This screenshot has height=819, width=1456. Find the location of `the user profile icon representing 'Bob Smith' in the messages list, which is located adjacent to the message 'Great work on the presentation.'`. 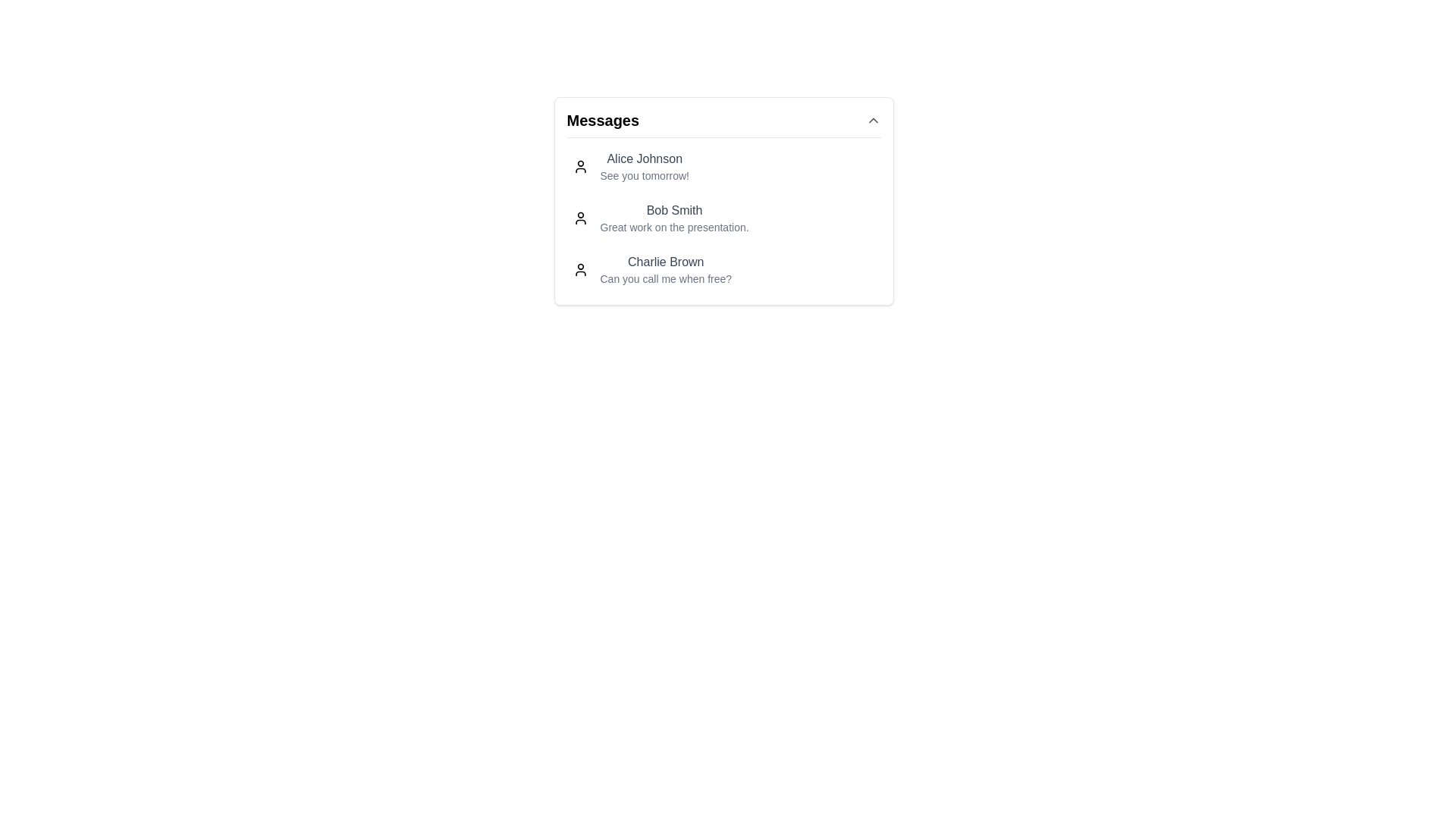

the user profile icon representing 'Bob Smith' in the messages list, which is located adjacent to the message 'Great work on the presentation.' is located at coordinates (579, 218).